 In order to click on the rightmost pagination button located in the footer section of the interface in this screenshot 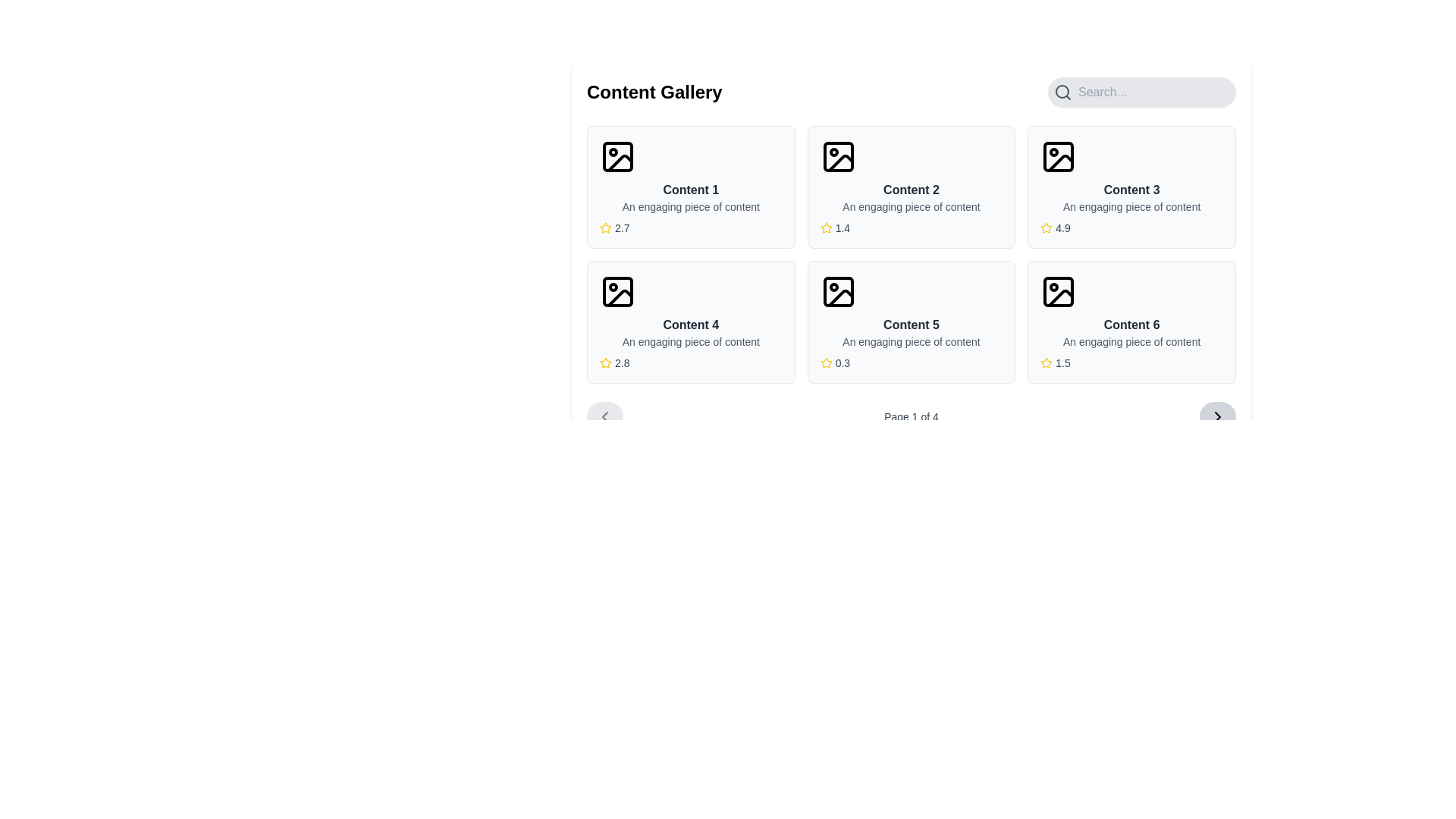, I will do `click(1218, 417)`.